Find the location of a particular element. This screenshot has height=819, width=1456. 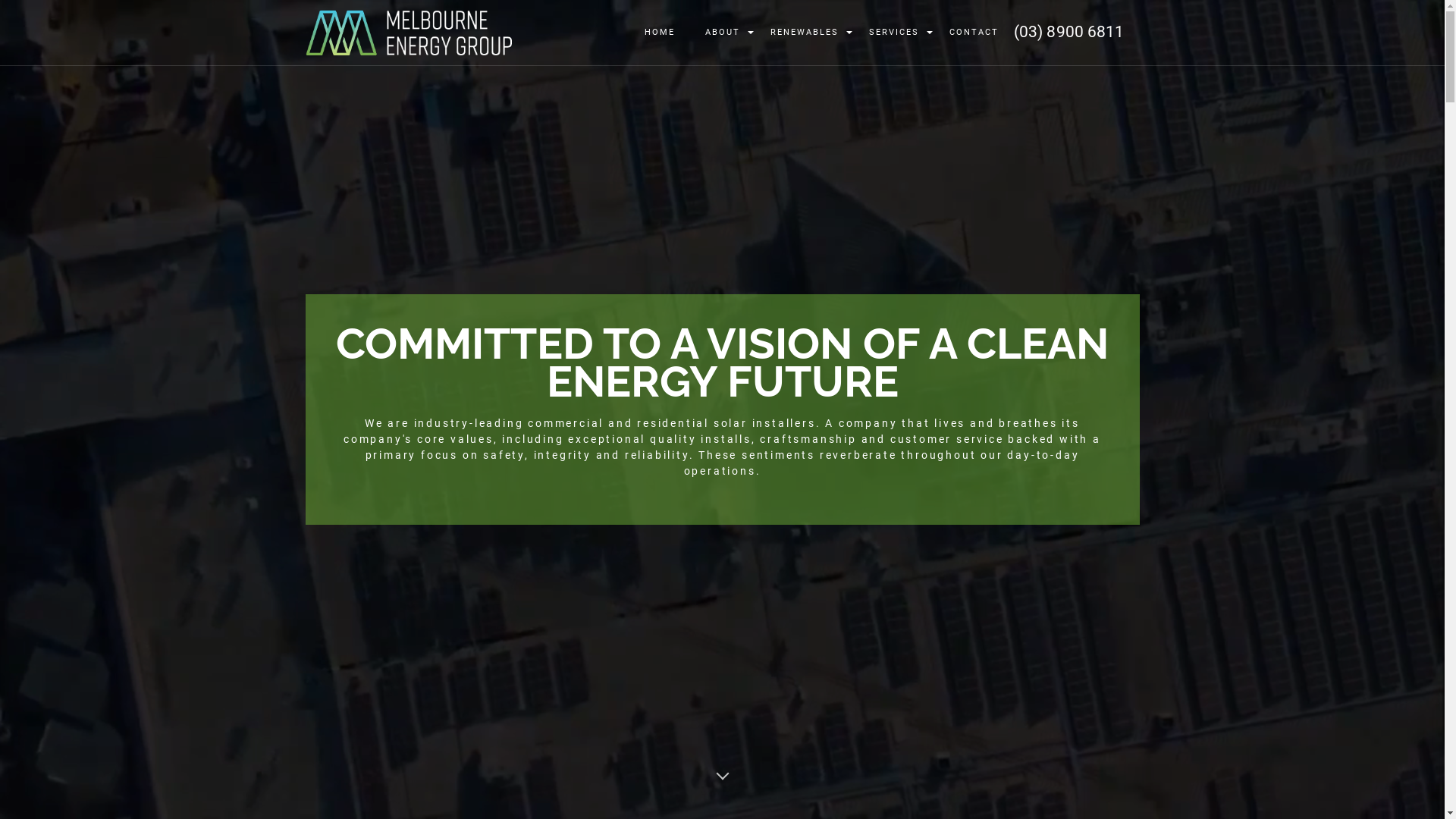

'CONTACT' is located at coordinates (974, 33).